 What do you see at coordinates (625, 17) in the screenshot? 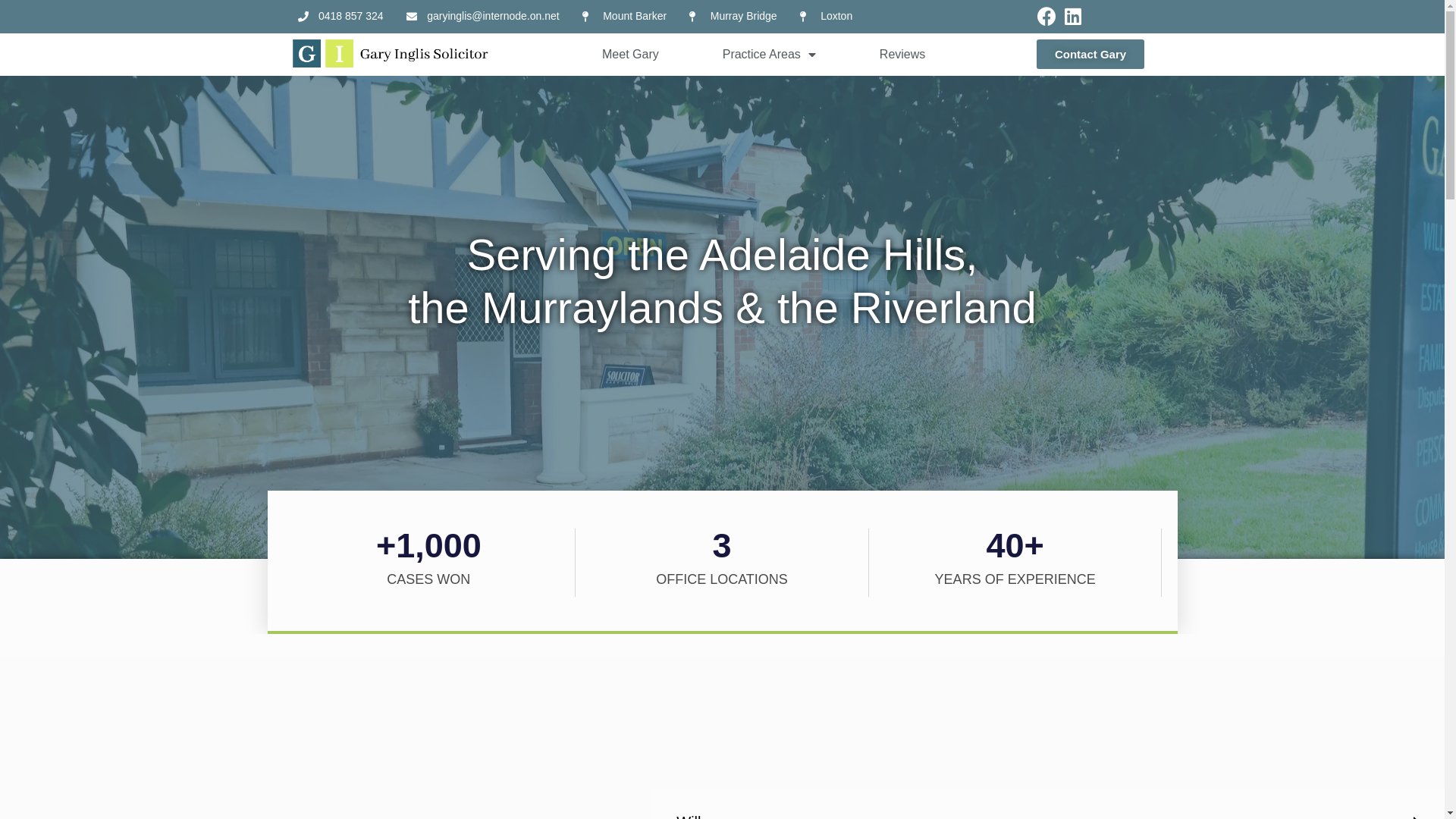
I see `'Mount Barker'` at bounding box center [625, 17].